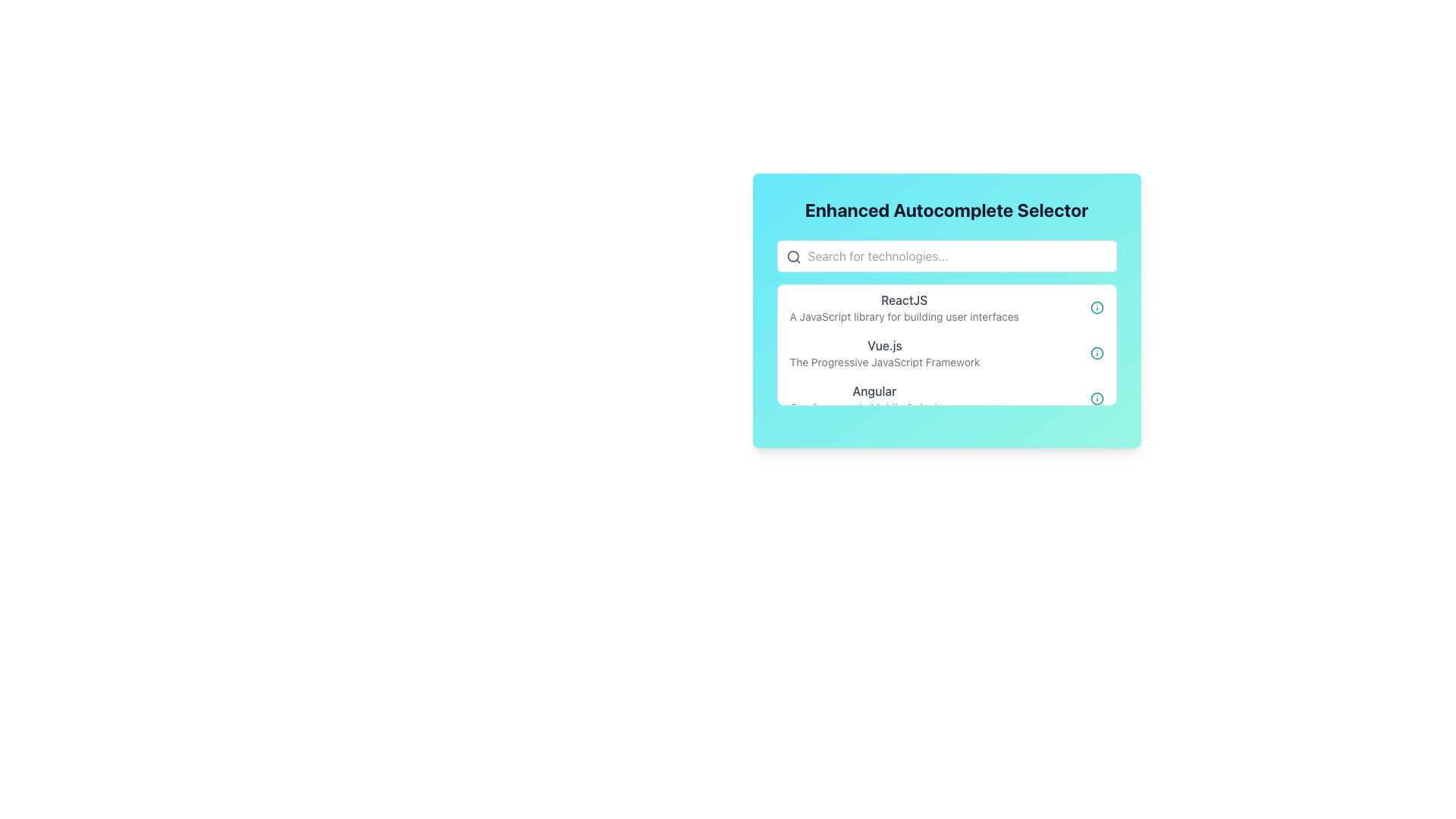  I want to click on the teal circular icon with an 'i' in the center, located at the right end of the row labeled 'Vue.js - The Progressive JavaScript Framework', so click(1097, 353).